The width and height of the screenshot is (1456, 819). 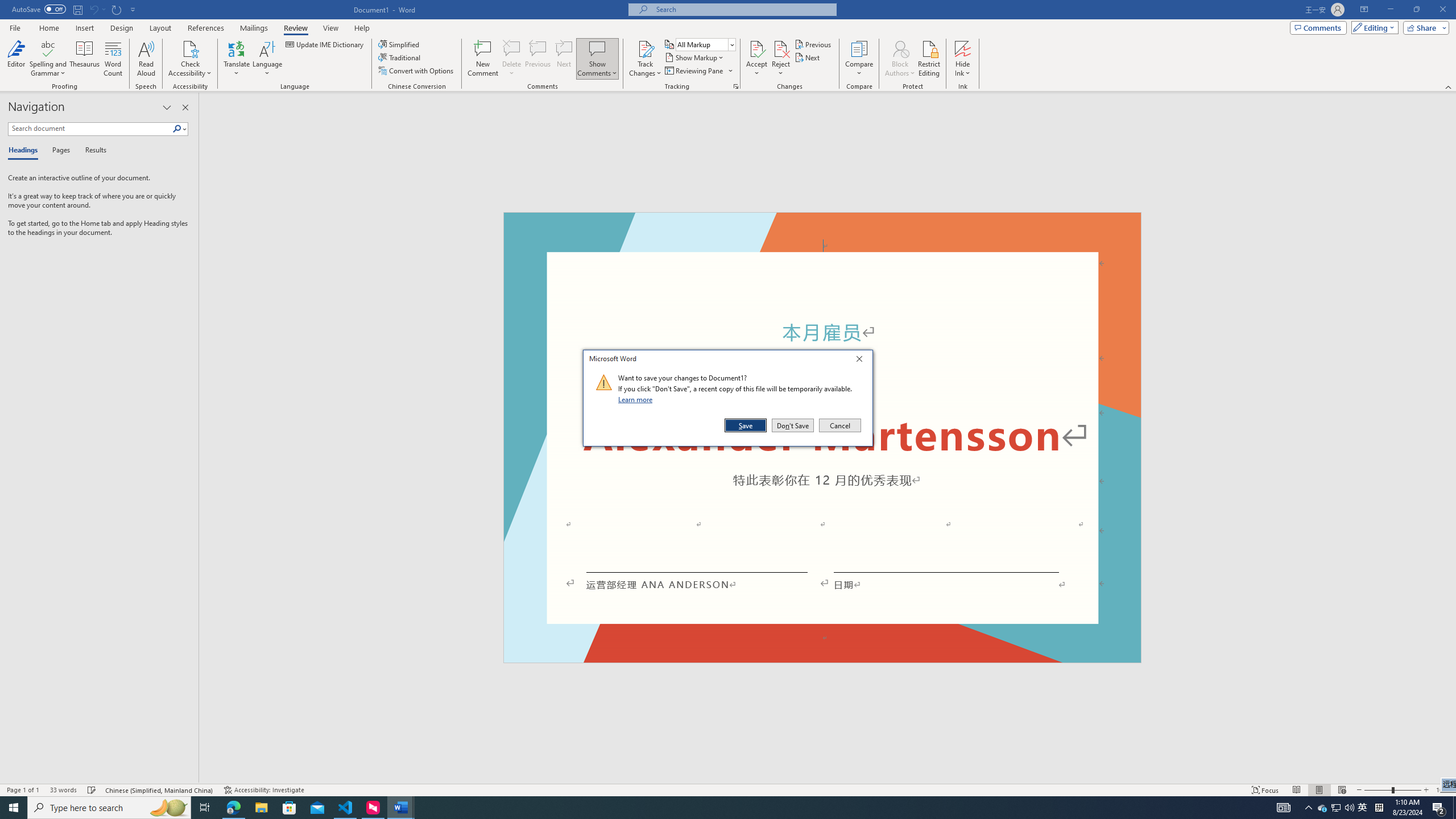 What do you see at coordinates (91, 150) in the screenshot?
I see `'Results'` at bounding box center [91, 150].